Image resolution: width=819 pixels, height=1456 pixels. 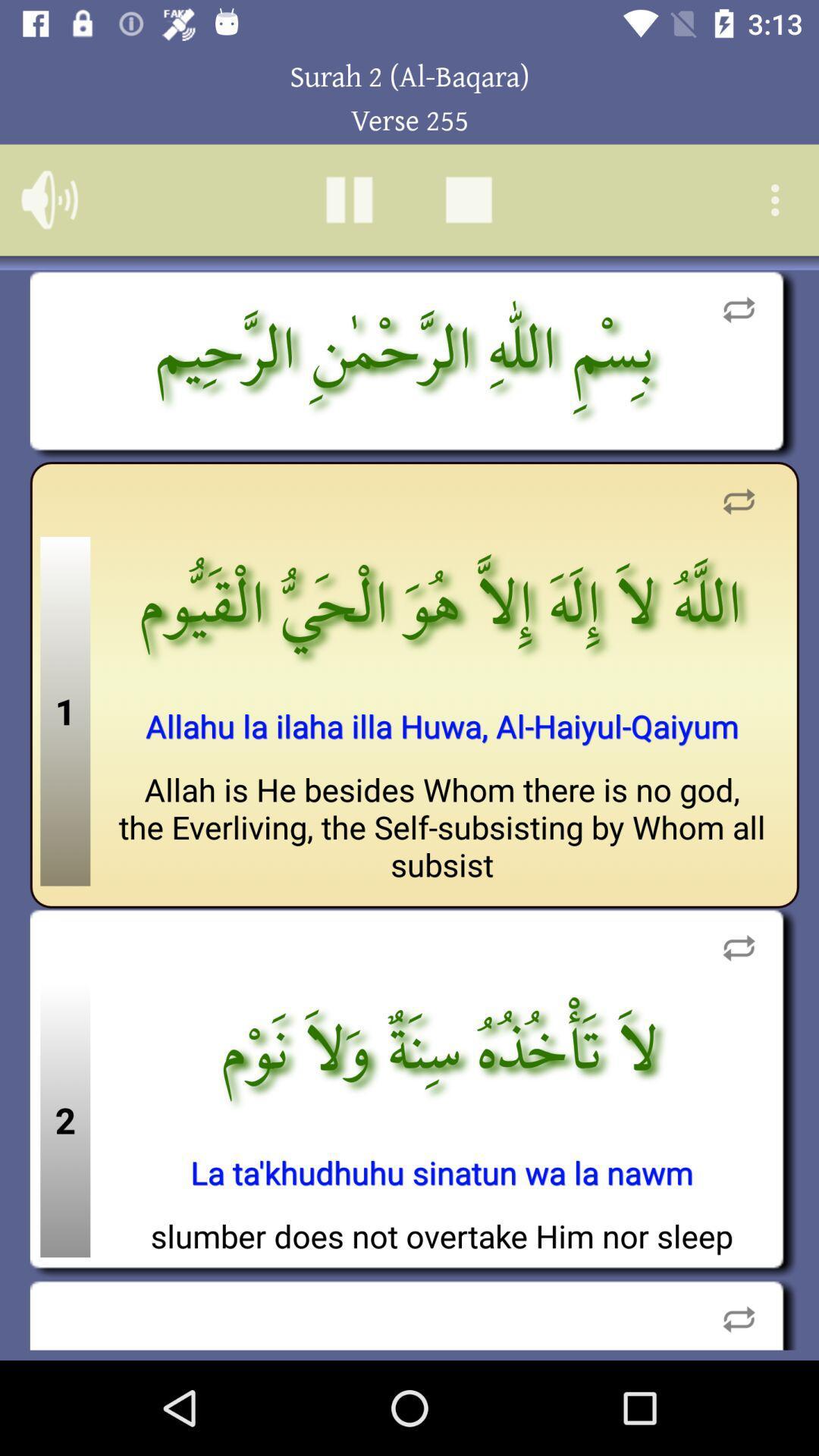 I want to click on refresh, so click(x=738, y=947).